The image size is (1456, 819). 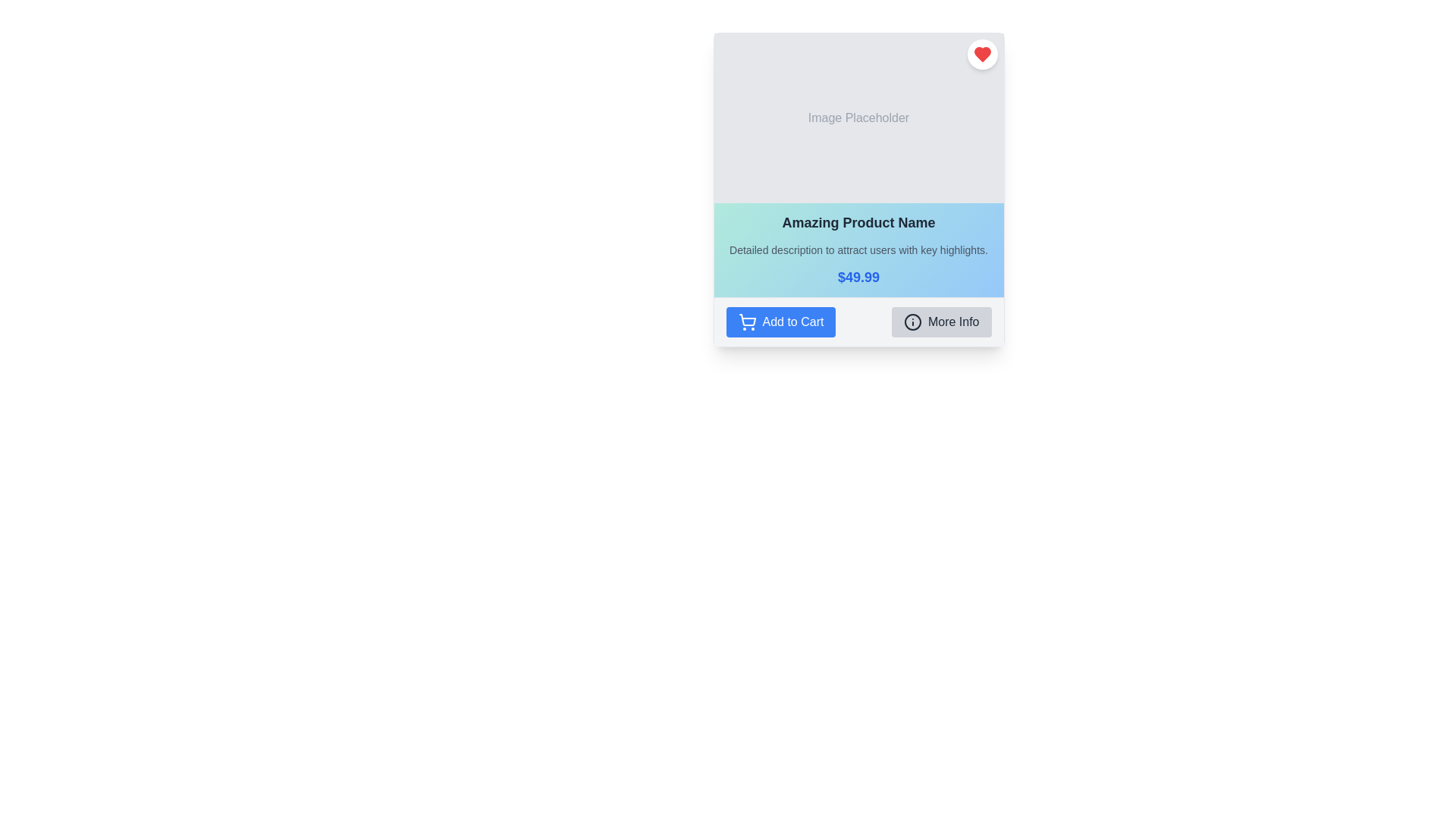 I want to click on the 'Image Placeholder' element, which is a rectangular section with a light gray background and centered text, positioned at the top of a card layout, so click(x=858, y=117).